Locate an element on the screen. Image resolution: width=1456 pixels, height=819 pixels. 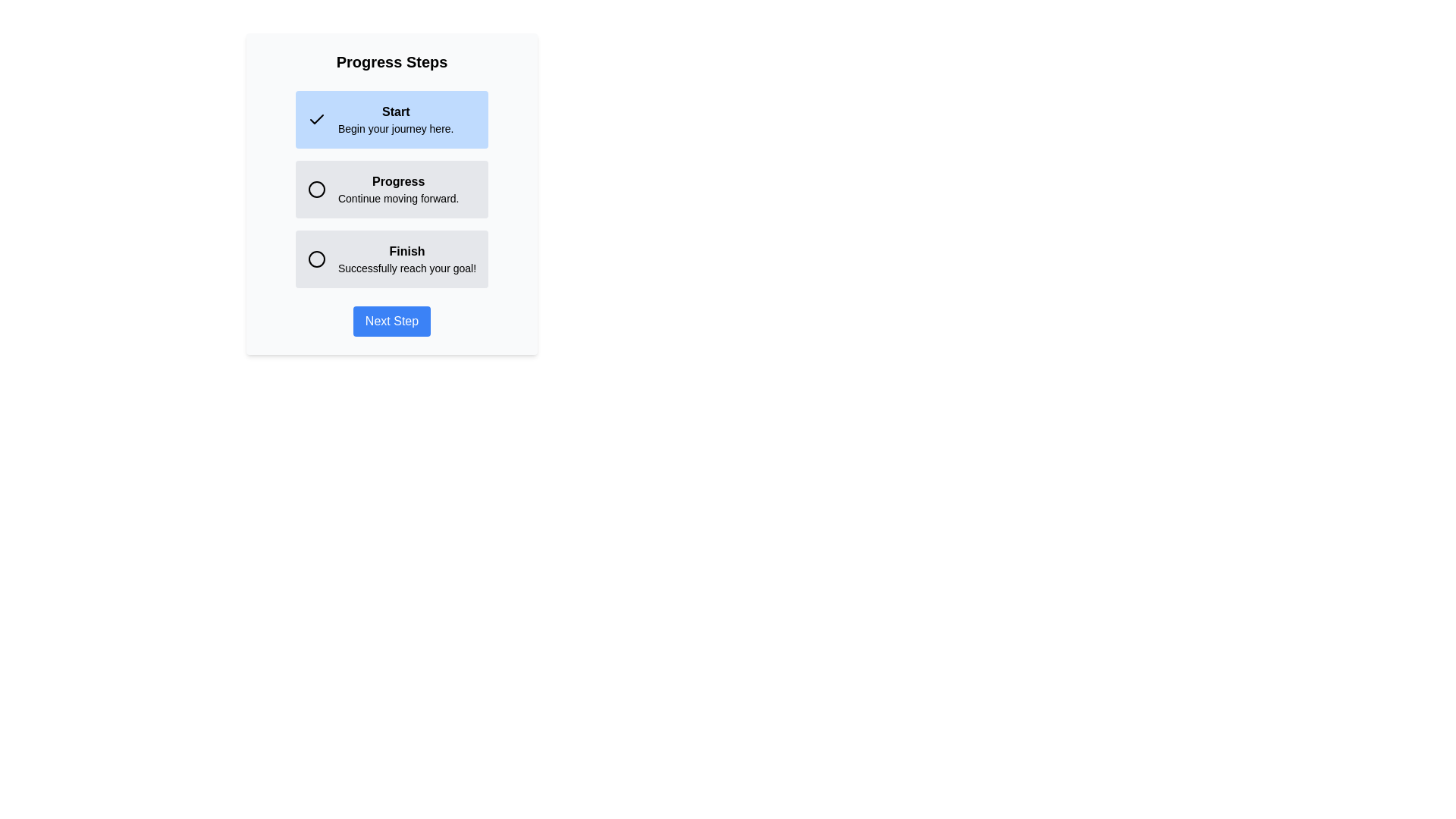
the SVG Circle Graphic, which serves as a visual indicator in the Progress section of the interface is located at coordinates (315, 189).